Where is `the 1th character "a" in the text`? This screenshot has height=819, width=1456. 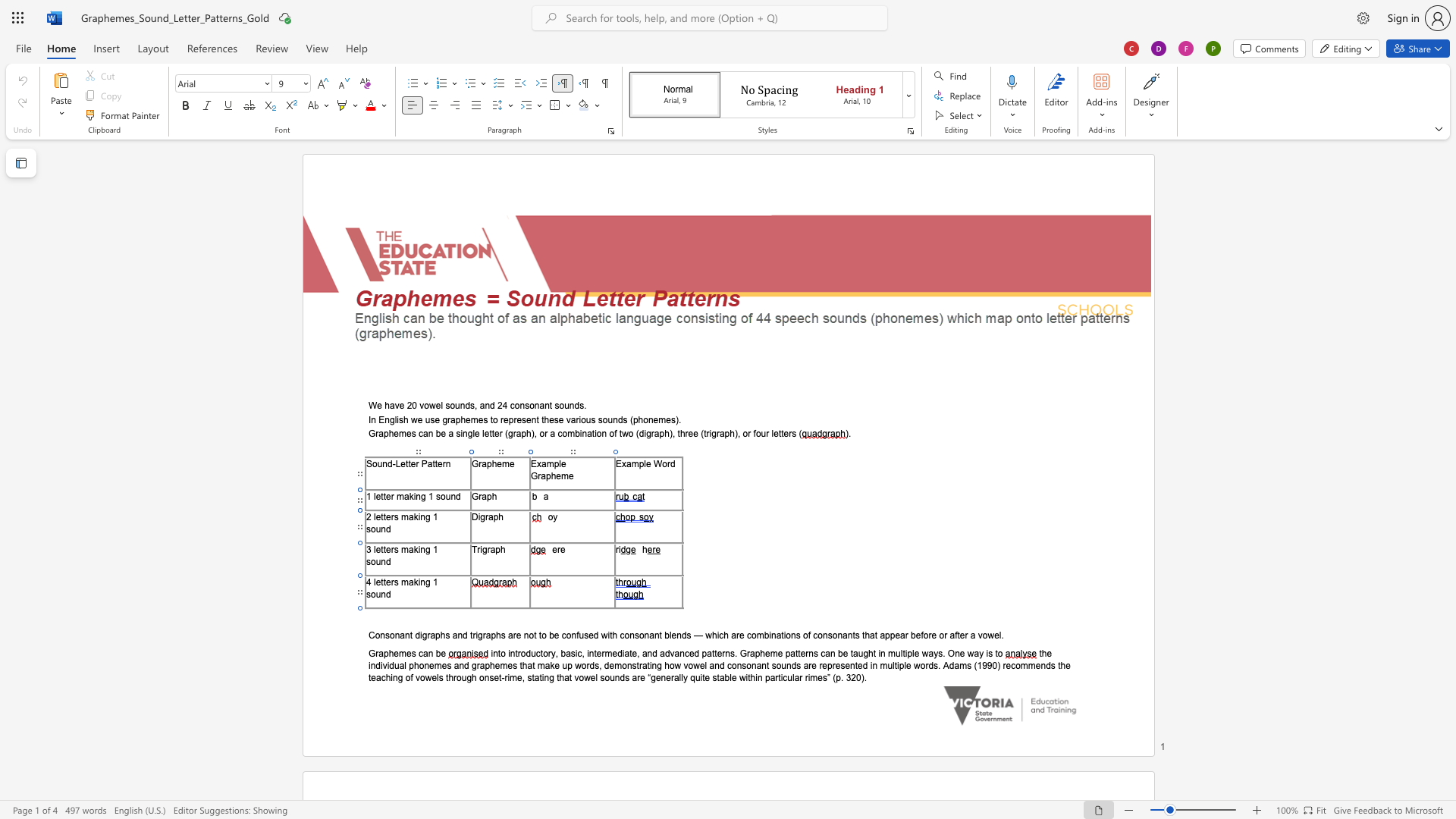 the 1th character "a" in the text is located at coordinates (645, 664).